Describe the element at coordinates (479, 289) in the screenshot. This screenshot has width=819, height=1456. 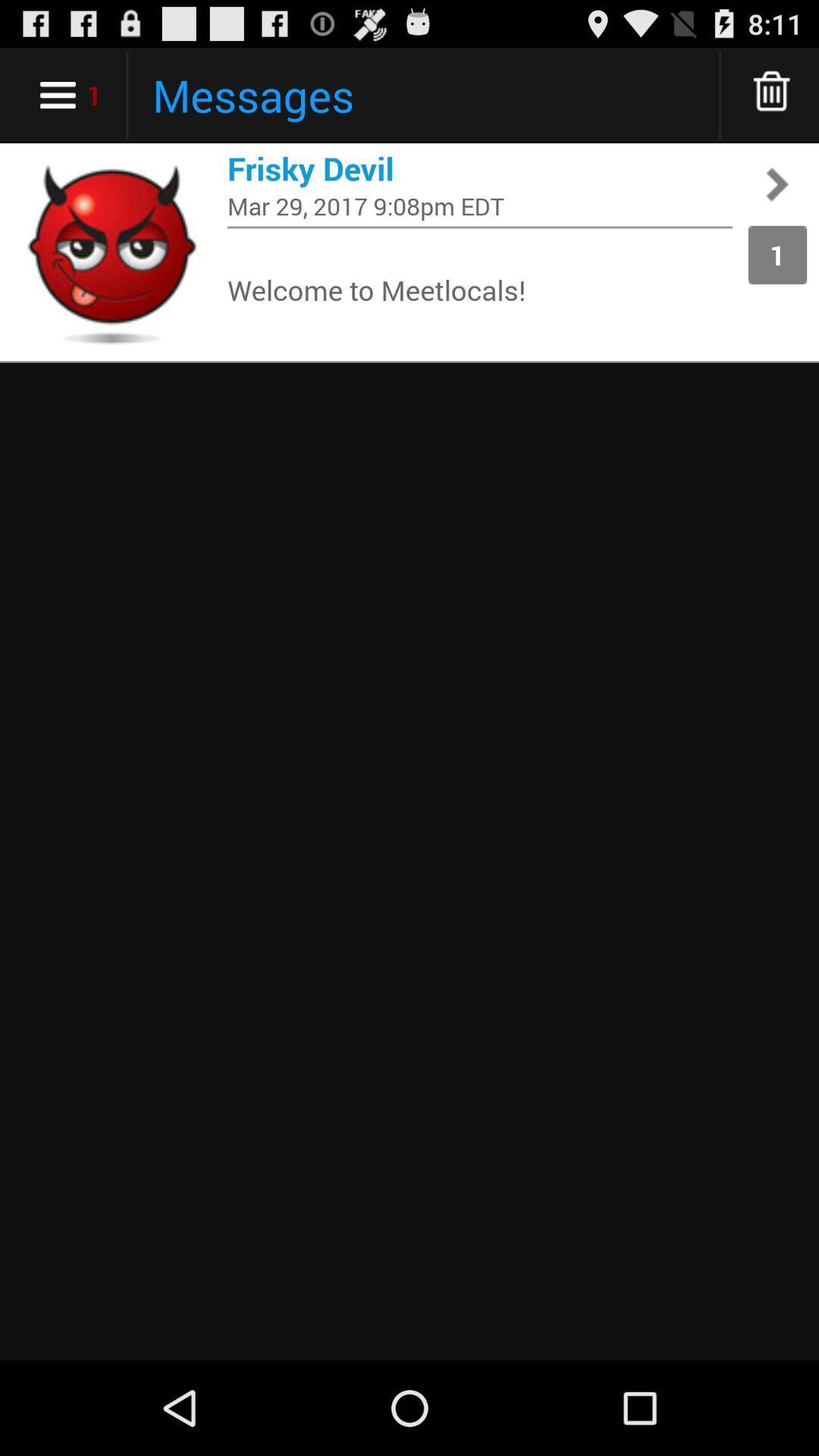
I see `the welcome to meetlocals icon` at that location.